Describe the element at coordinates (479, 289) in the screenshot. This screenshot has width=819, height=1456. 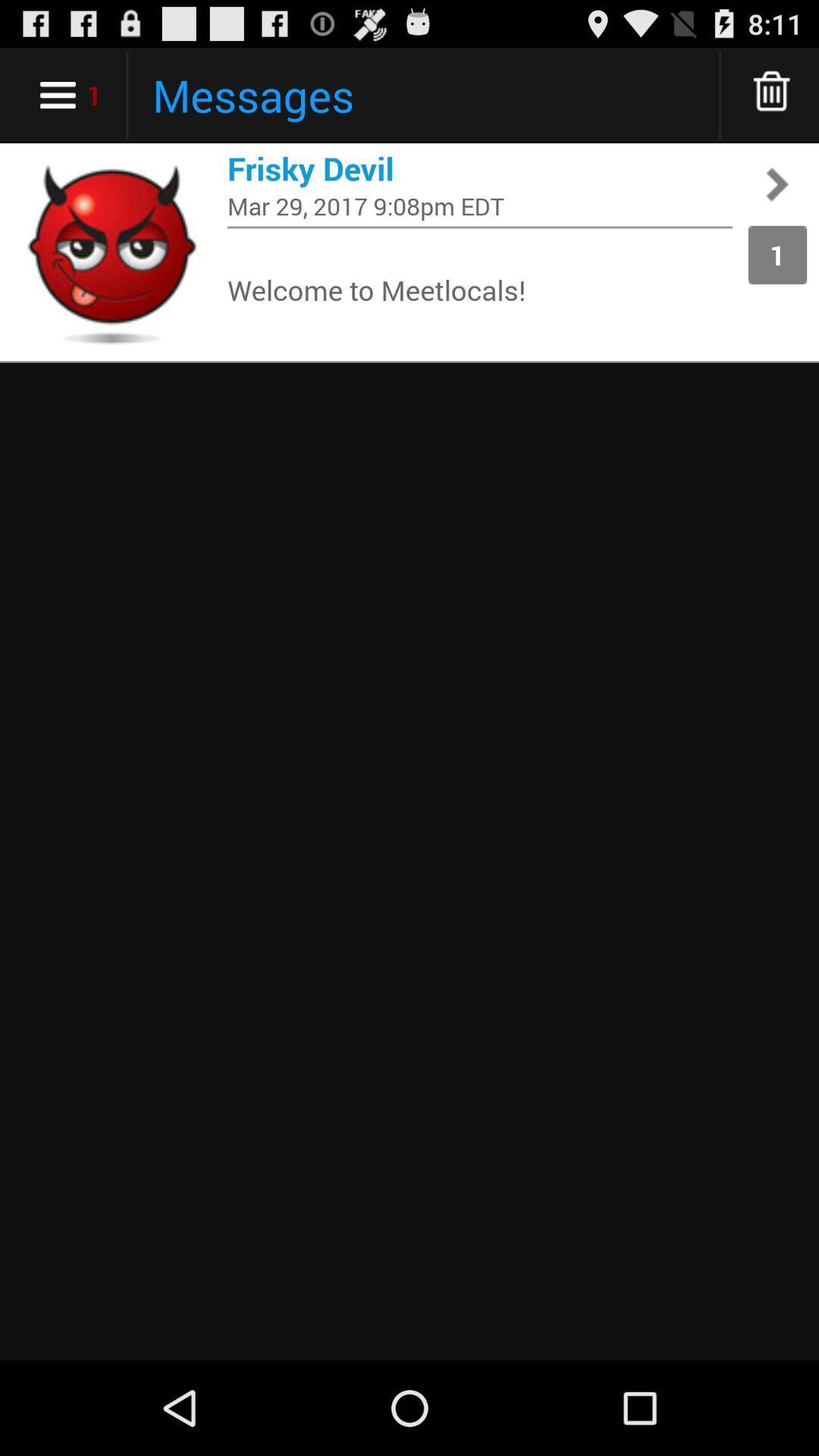
I see `the welcome to meetlocals icon` at that location.